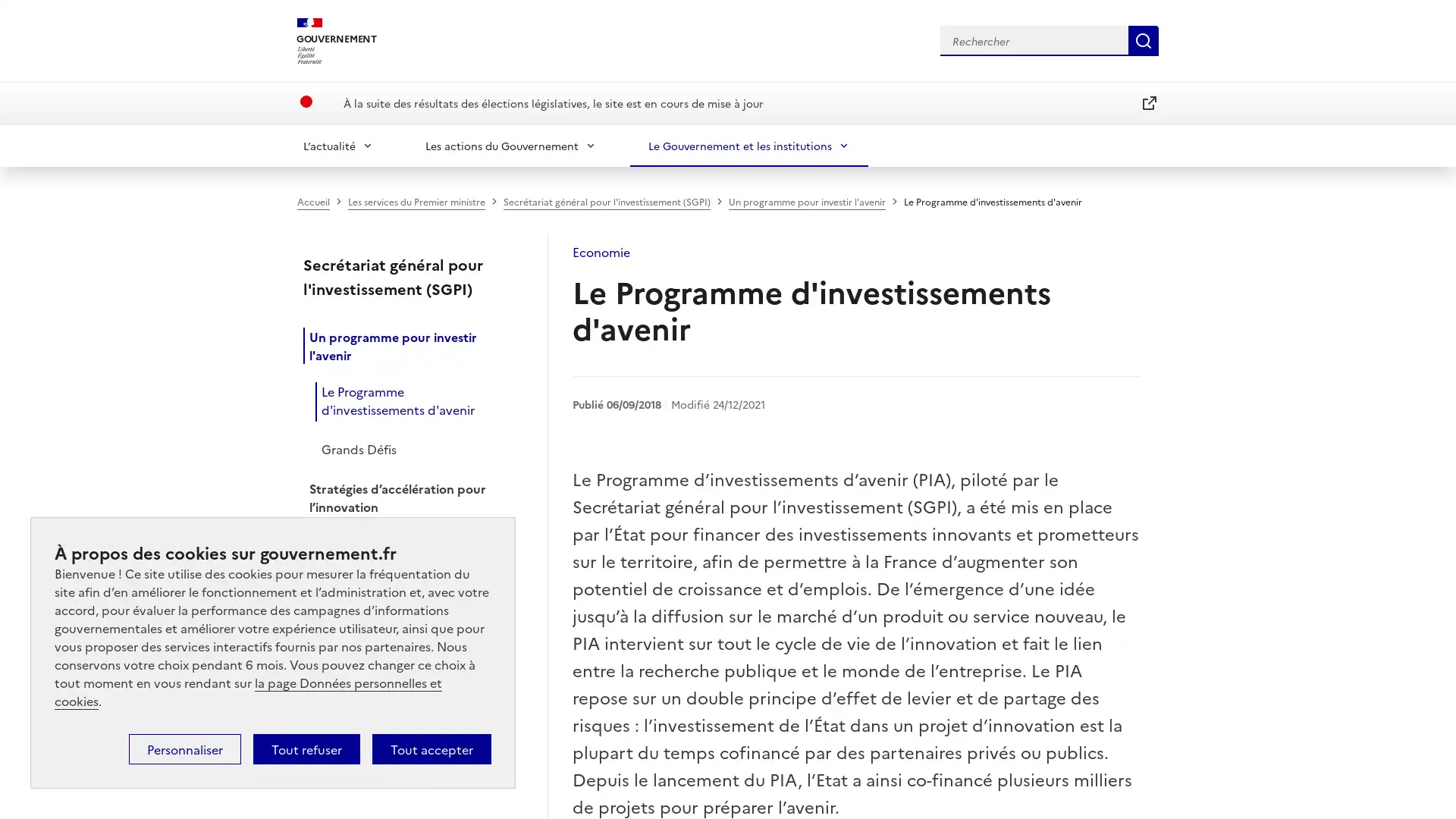 This screenshot has height=819, width=1456. Describe the element at coordinates (431, 748) in the screenshot. I see `Tout accepter` at that location.